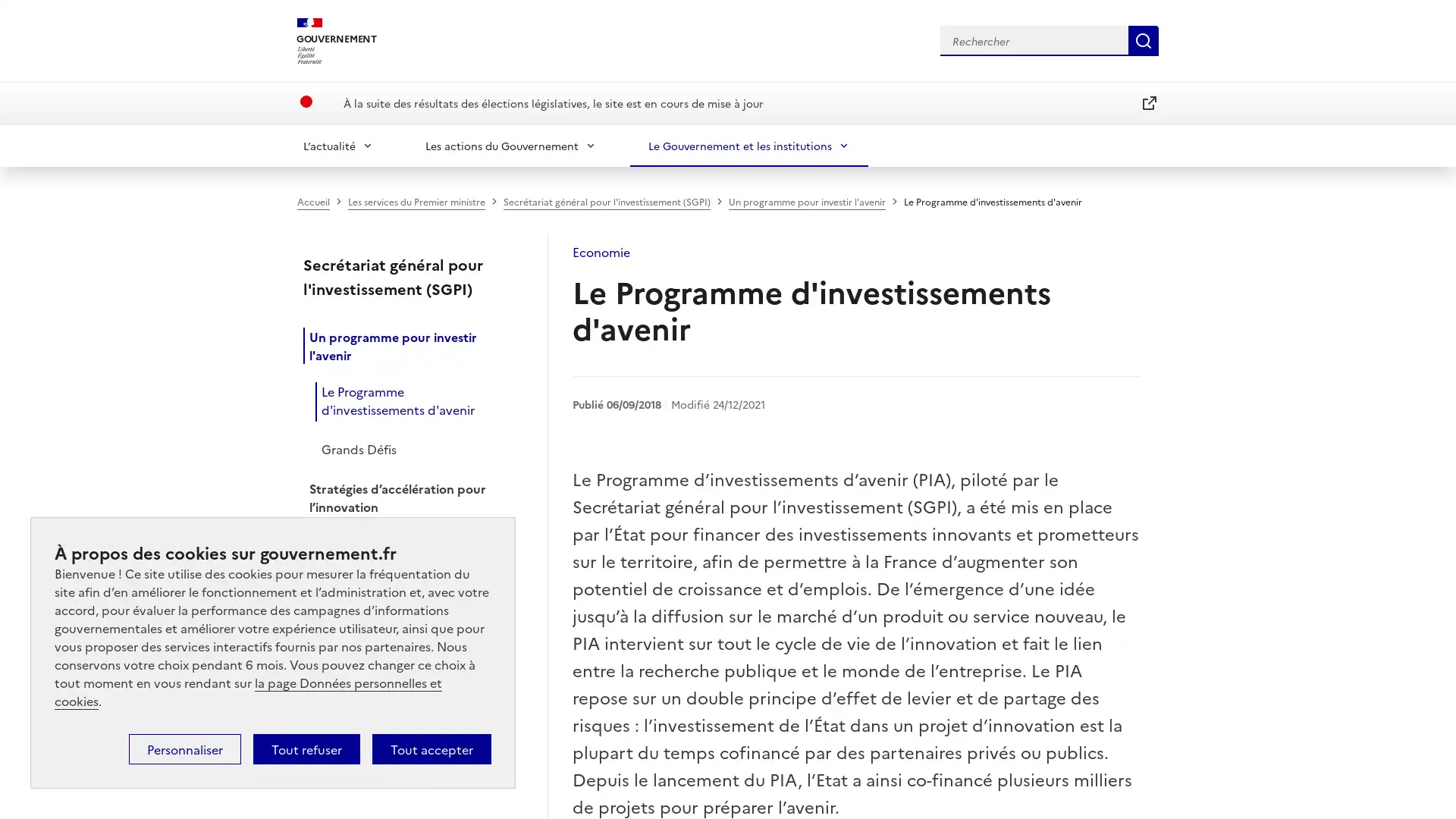 This screenshot has height=819, width=1456. Describe the element at coordinates (431, 748) in the screenshot. I see `Tout accepter` at that location.